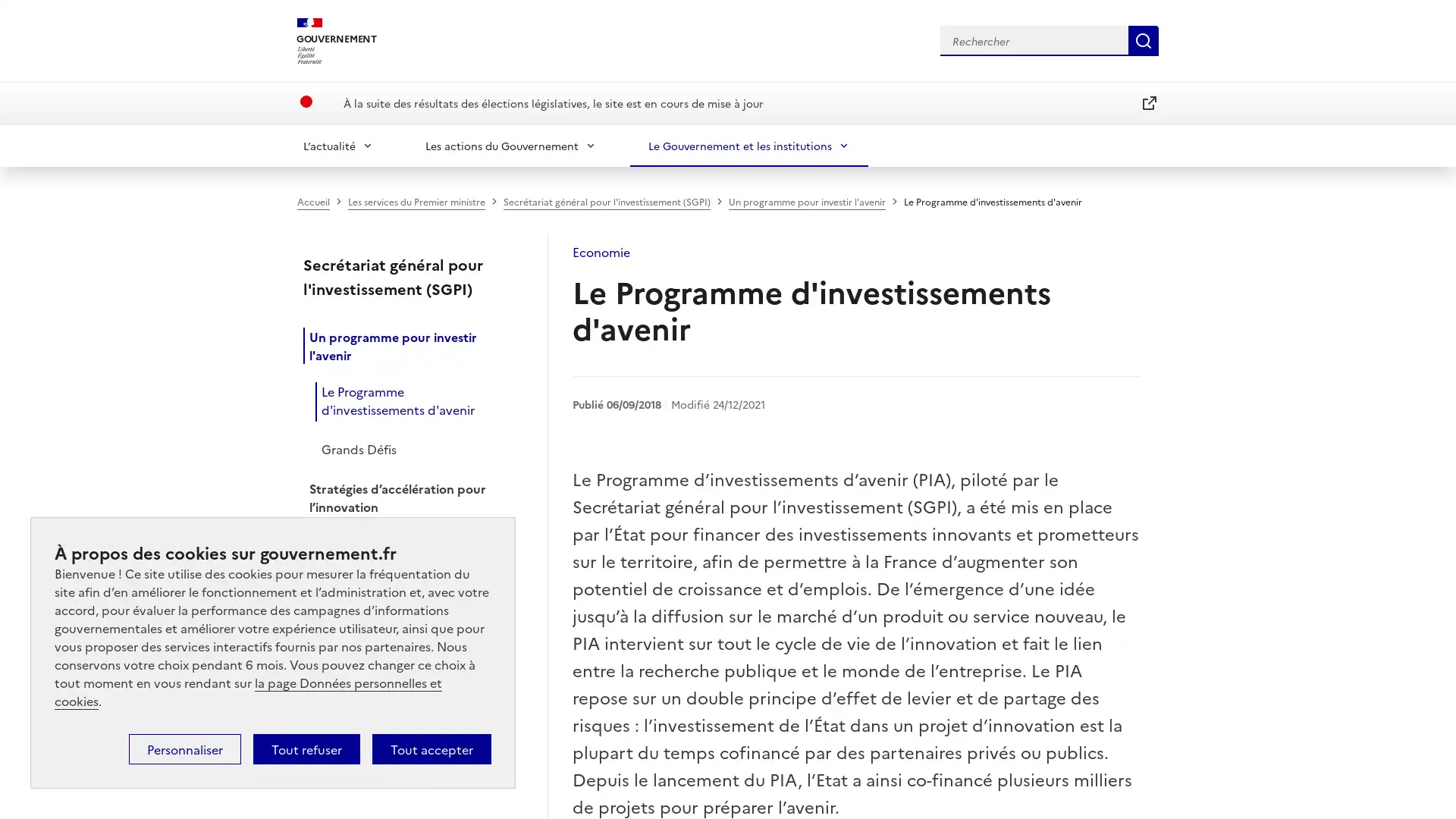 This screenshot has height=819, width=1456. Describe the element at coordinates (431, 748) in the screenshot. I see `Tout accepter` at that location.